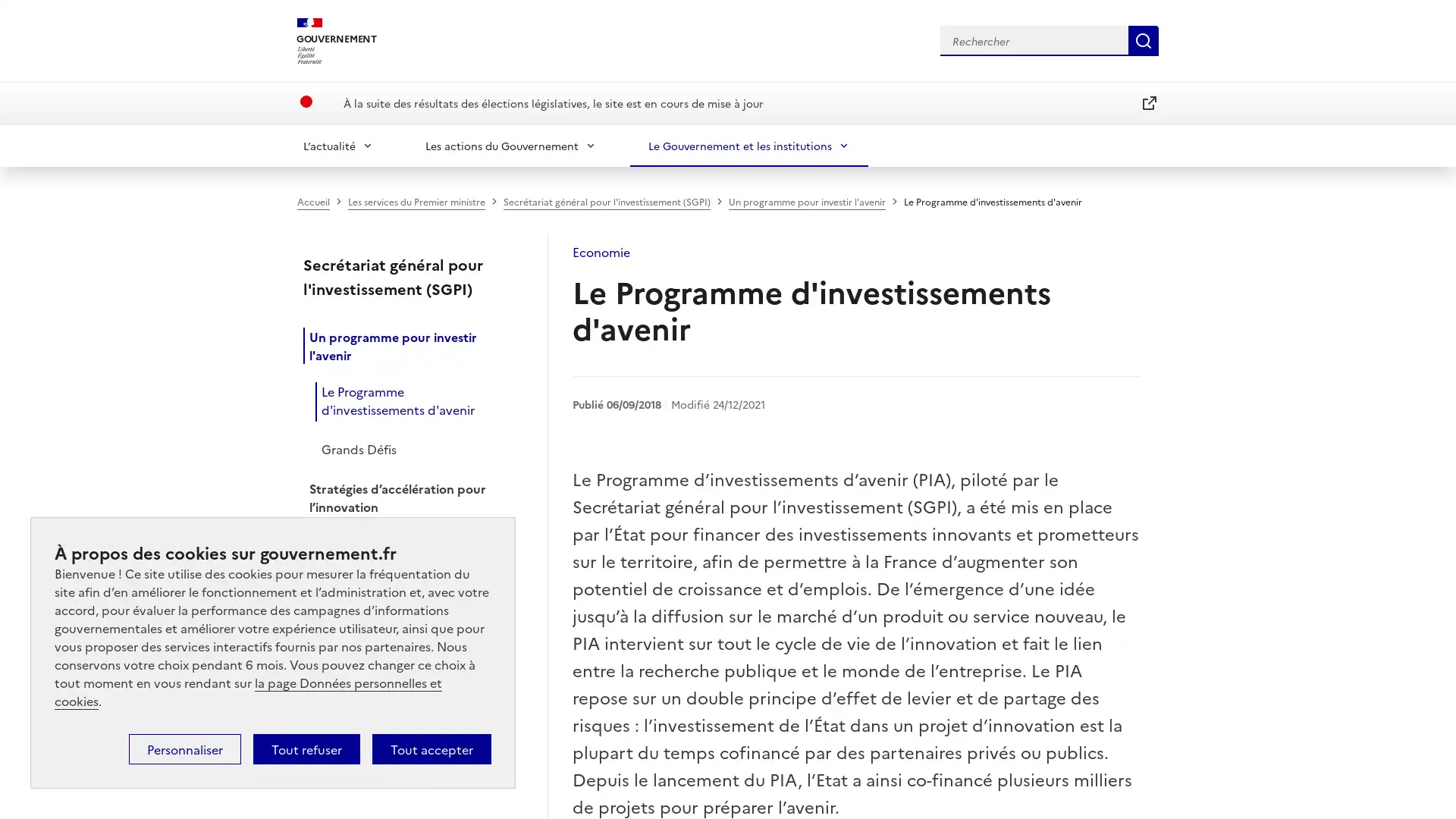 This screenshot has height=819, width=1456. Describe the element at coordinates (431, 748) in the screenshot. I see `Tout accepter` at that location.